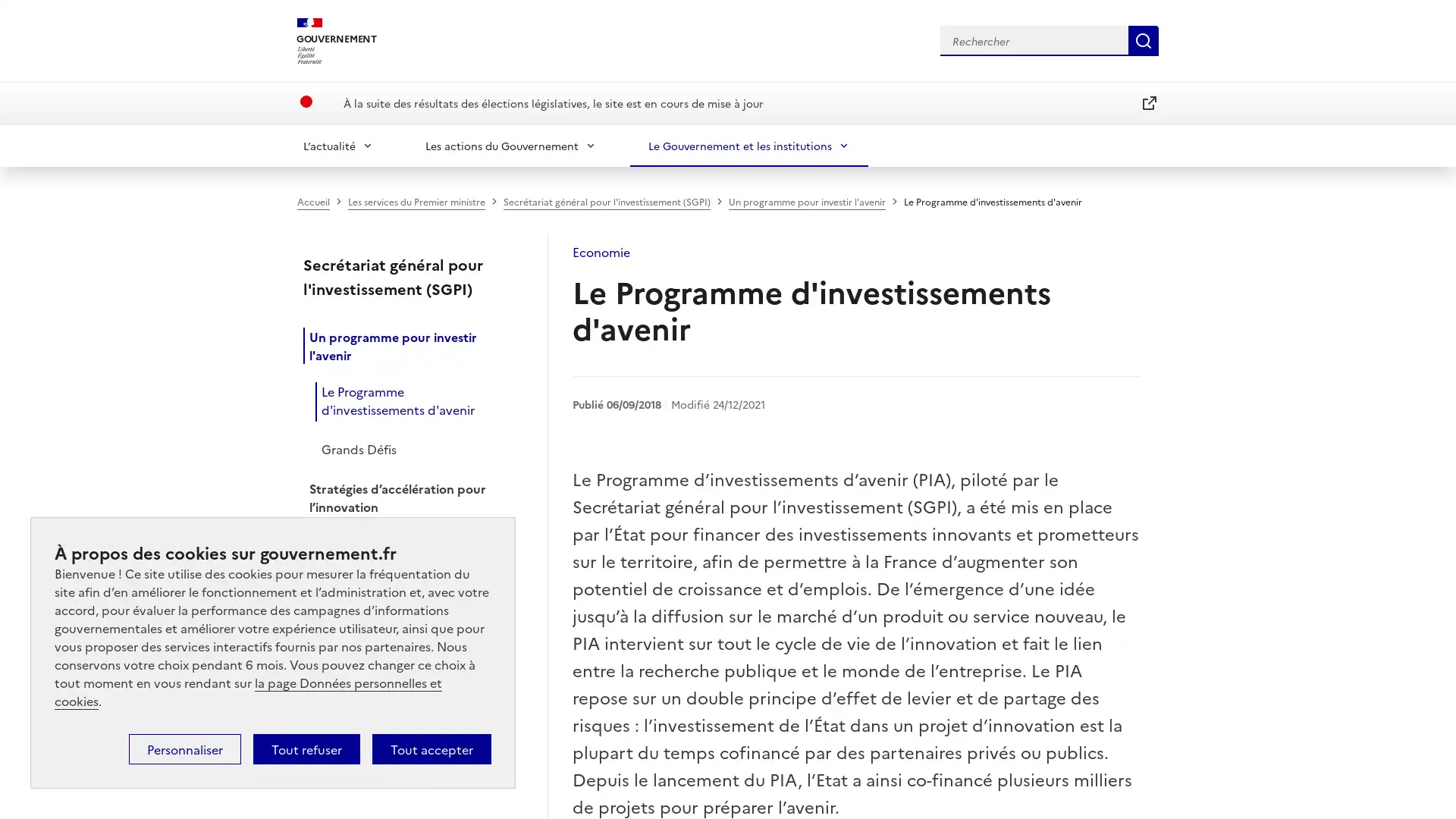 This screenshot has height=819, width=1456. Describe the element at coordinates (431, 748) in the screenshot. I see `Tout accepter` at that location.